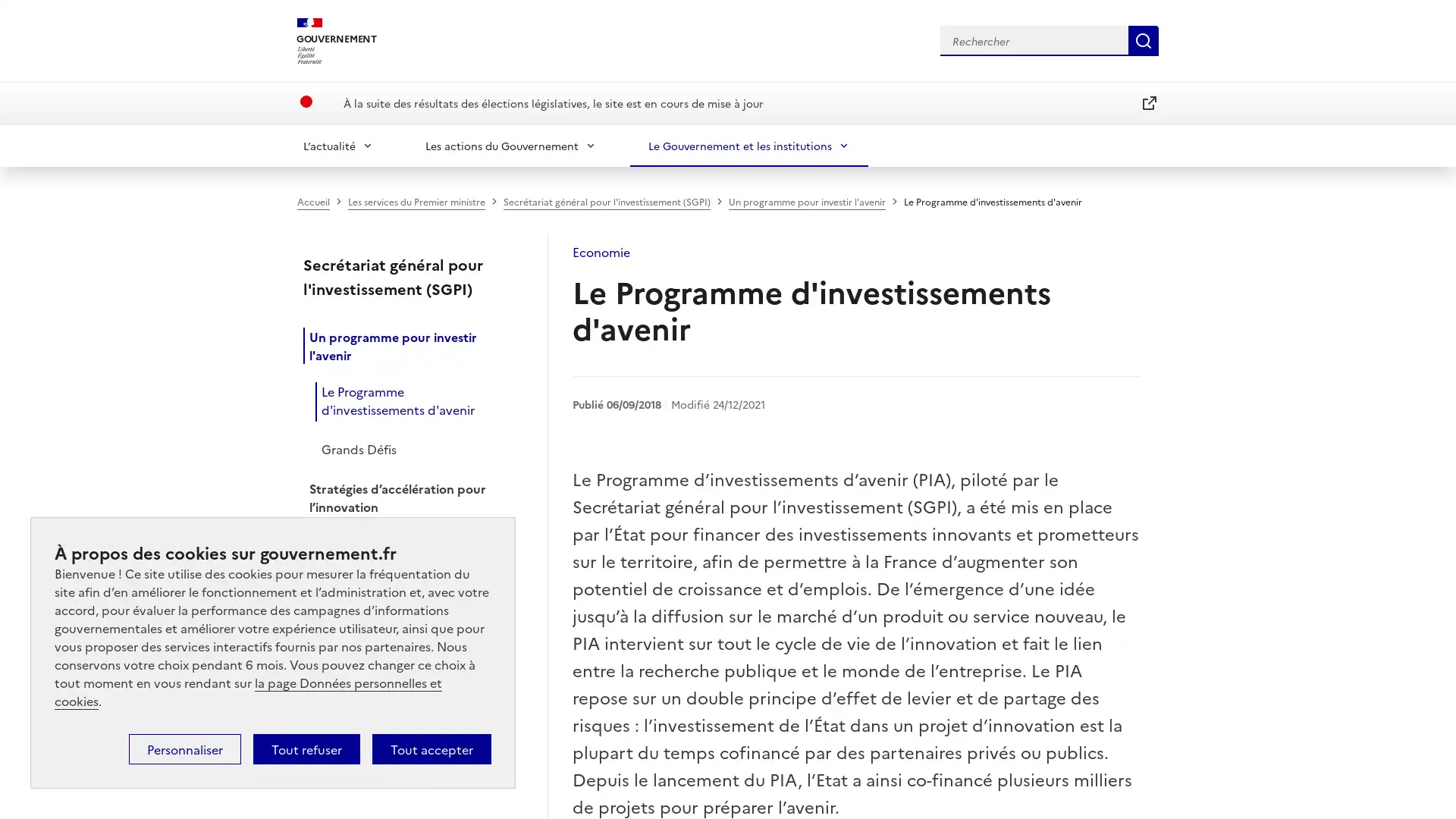 This screenshot has height=819, width=1456. Describe the element at coordinates (431, 748) in the screenshot. I see `Tout accepter` at that location.